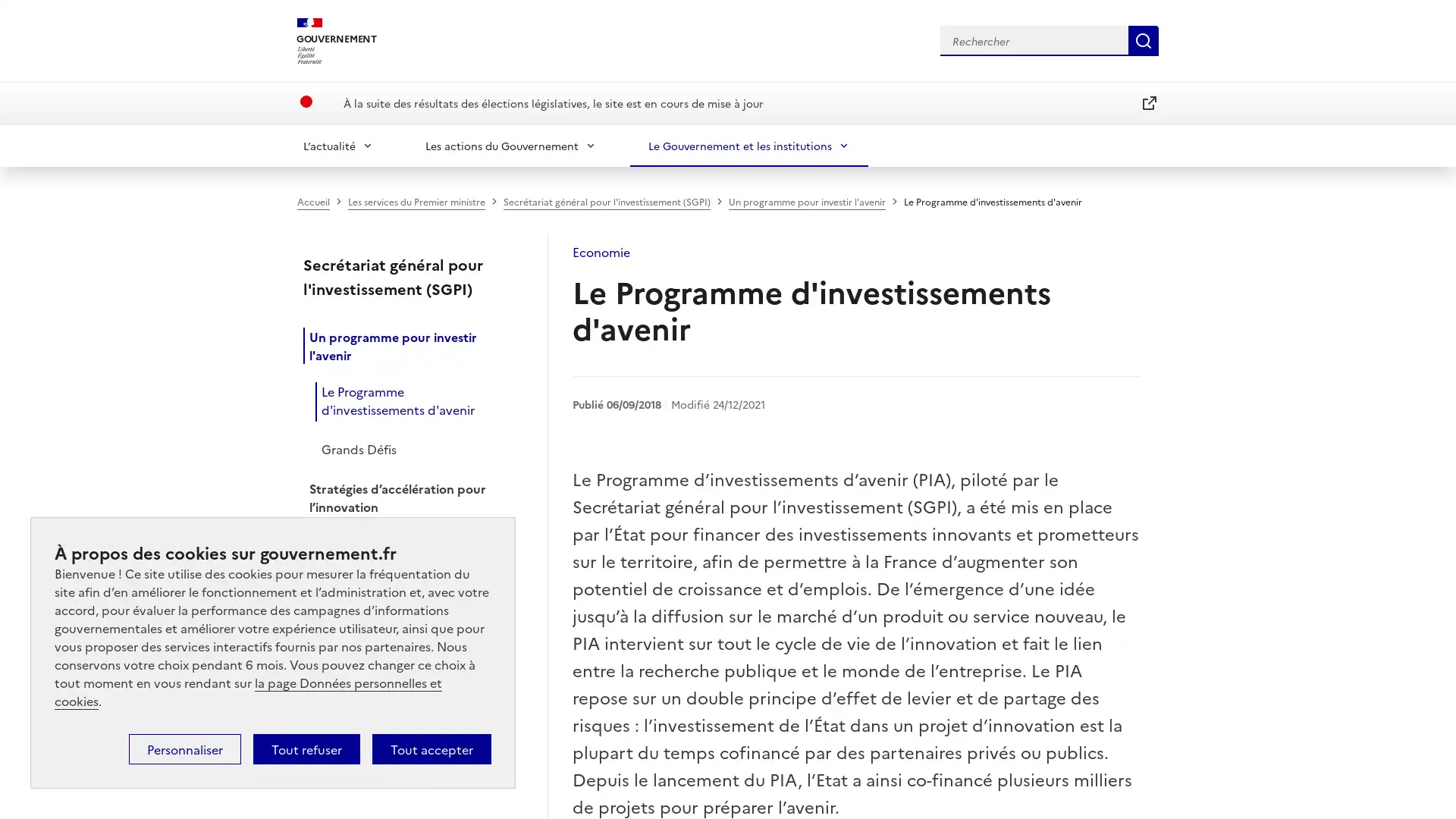 This screenshot has height=819, width=1456. Describe the element at coordinates (431, 748) in the screenshot. I see `Tout accepter` at that location.